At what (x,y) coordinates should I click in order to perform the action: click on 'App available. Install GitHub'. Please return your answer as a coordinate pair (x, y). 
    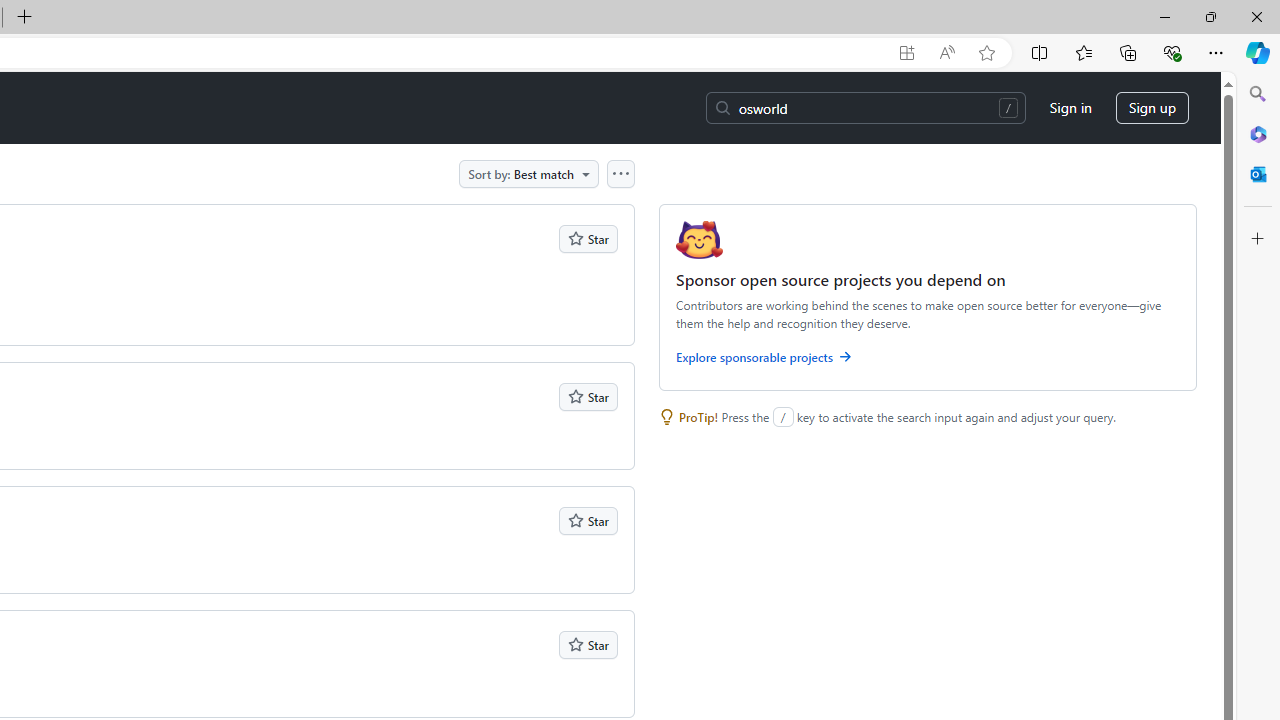
    Looking at the image, I should click on (905, 52).